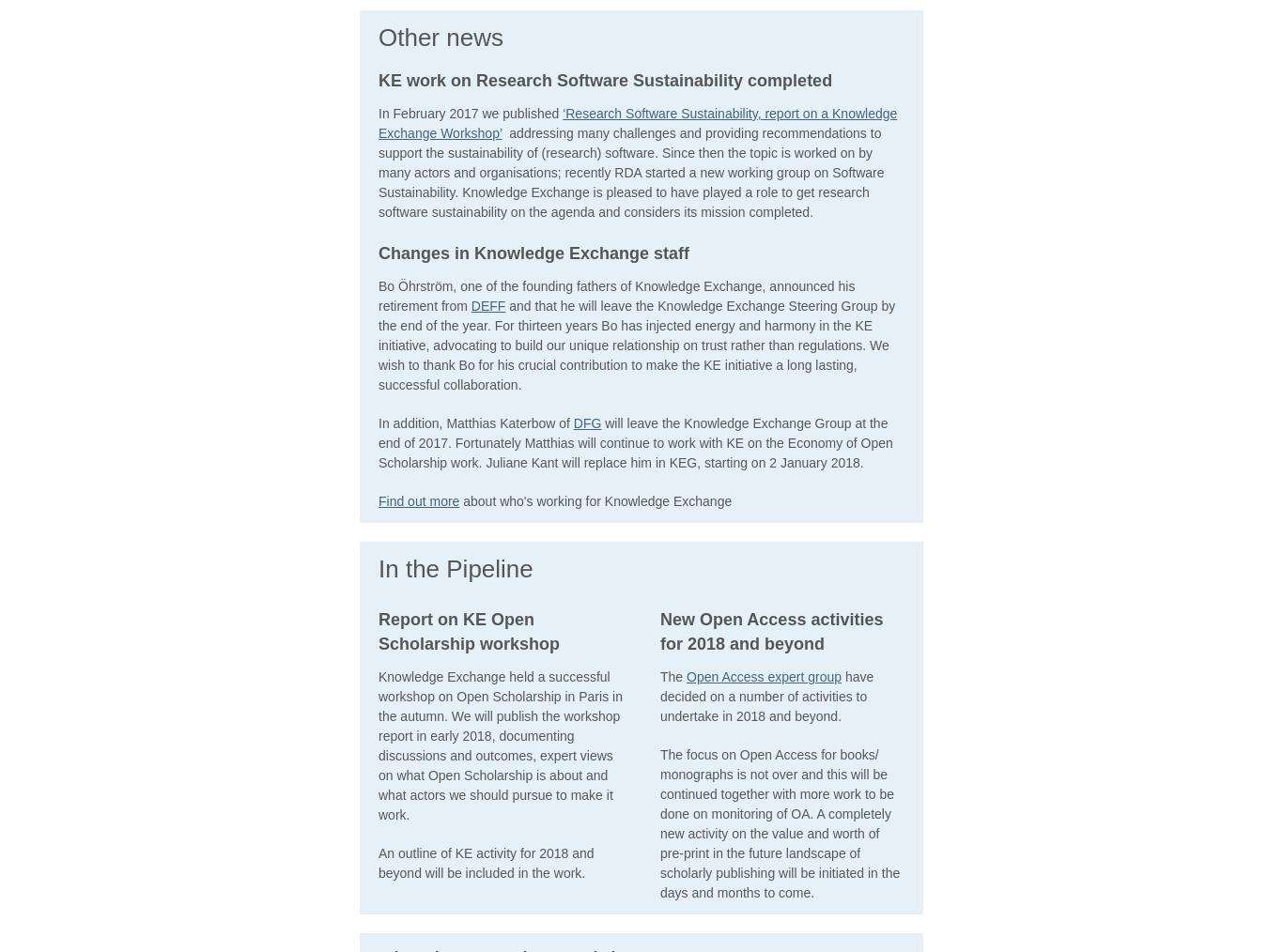  What do you see at coordinates (487, 304) in the screenshot?
I see `'DEFF'` at bounding box center [487, 304].